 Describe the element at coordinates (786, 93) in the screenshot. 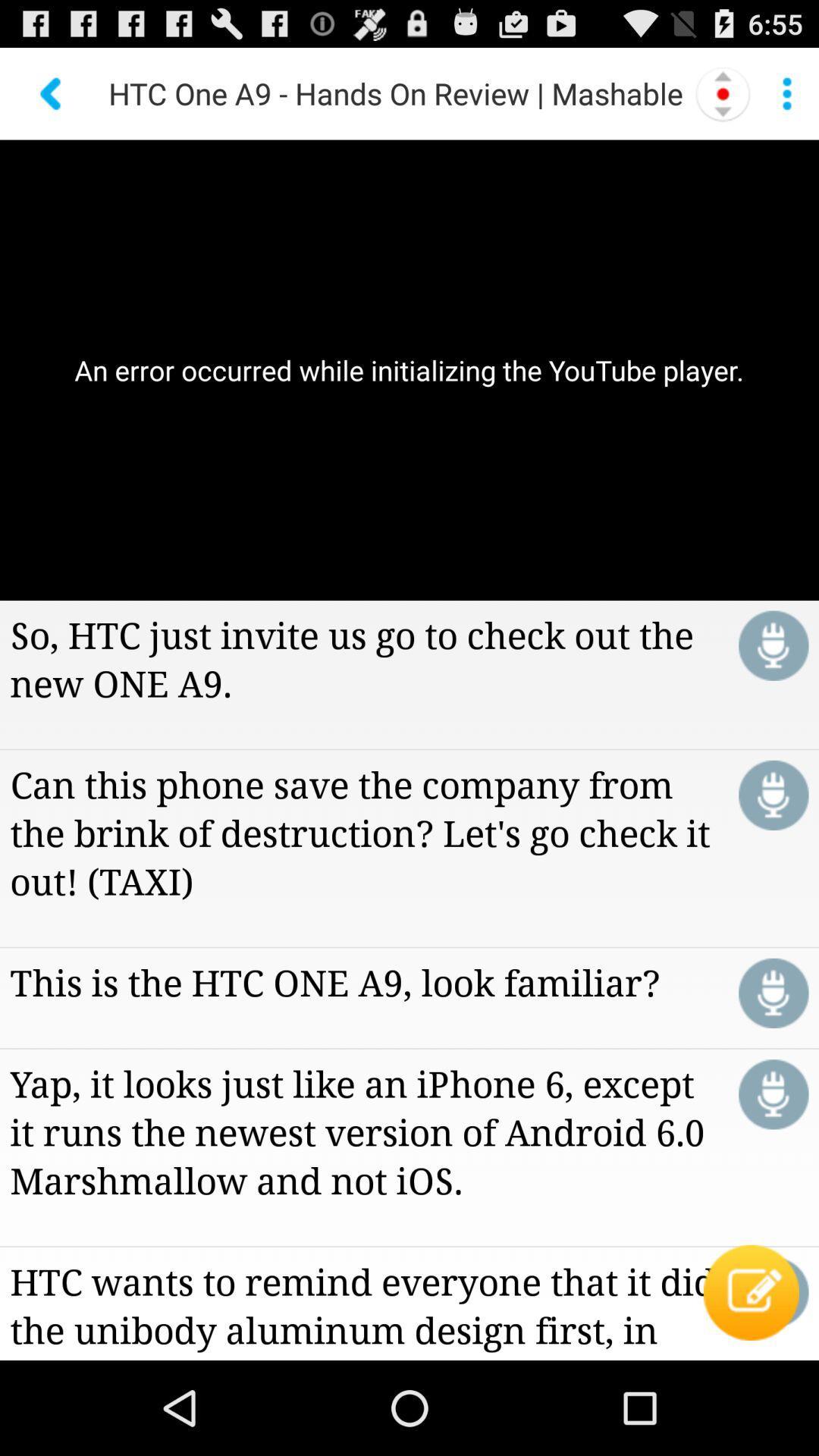

I see `see more information` at that location.